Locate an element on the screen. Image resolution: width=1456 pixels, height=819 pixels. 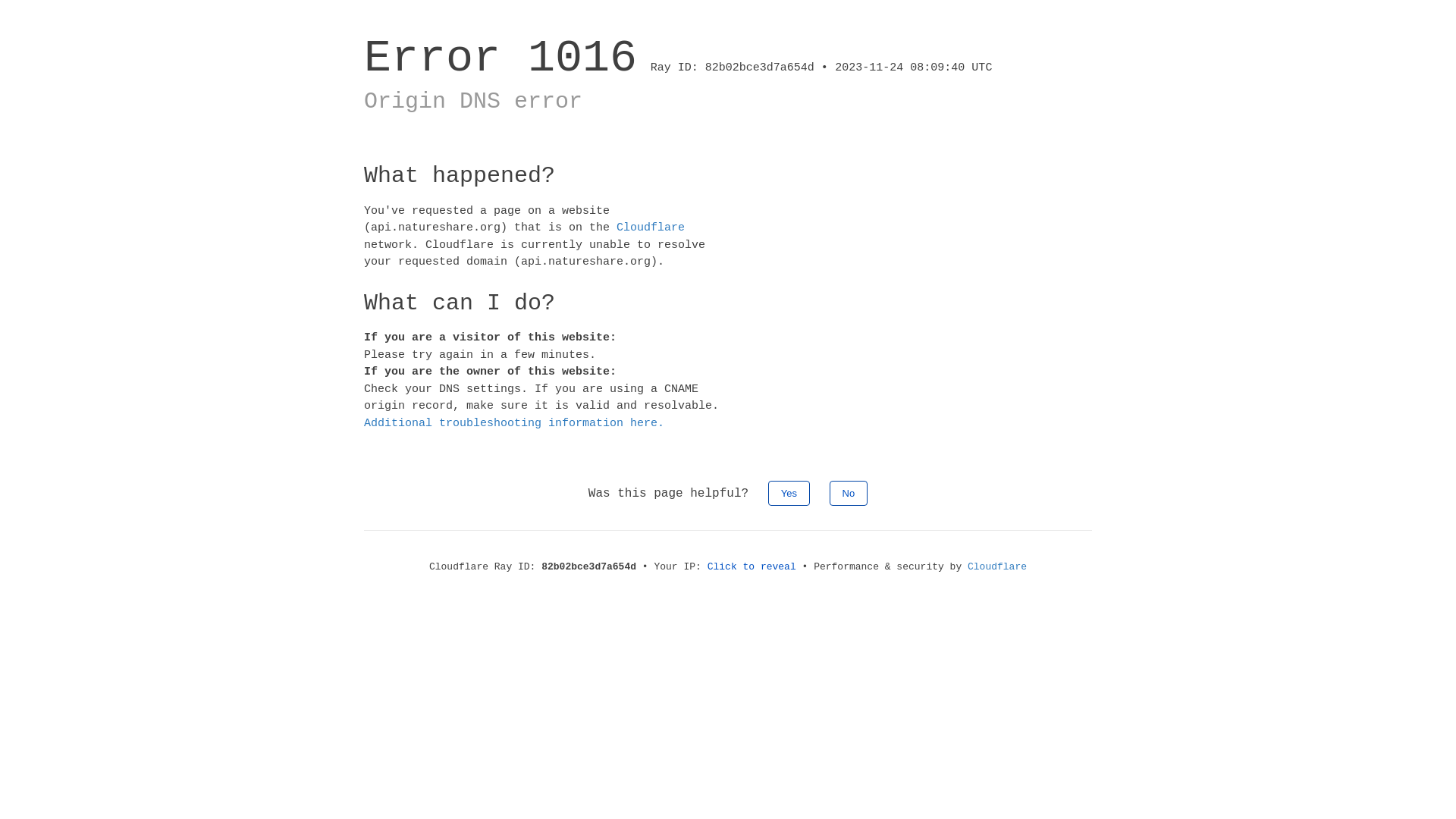
'Click to reveal' is located at coordinates (752, 566).